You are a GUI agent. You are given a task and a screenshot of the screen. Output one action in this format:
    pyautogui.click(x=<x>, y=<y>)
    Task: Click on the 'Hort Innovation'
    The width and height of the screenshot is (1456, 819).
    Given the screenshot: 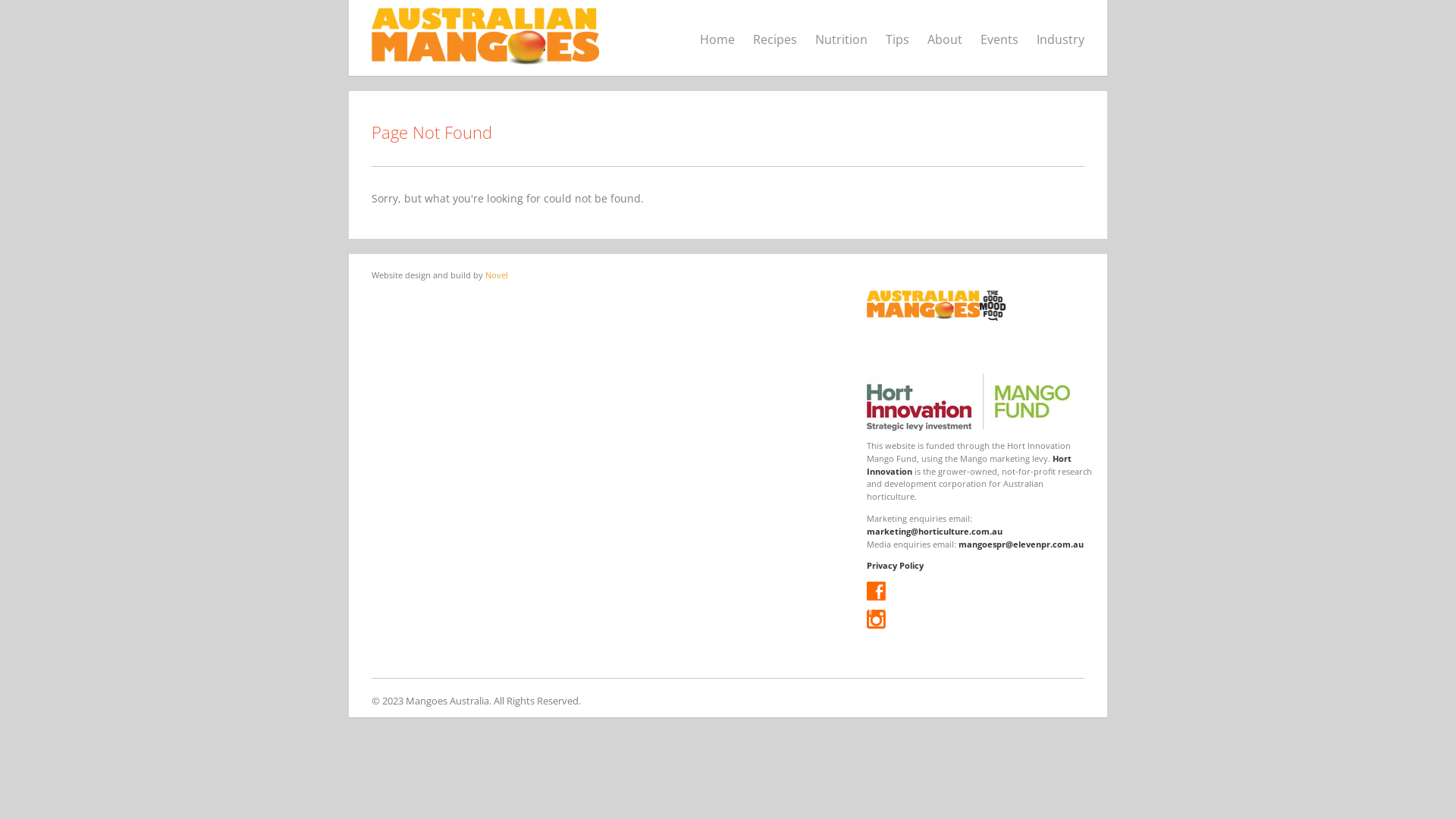 What is the action you would take?
    pyautogui.click(x=968, y=464)
    